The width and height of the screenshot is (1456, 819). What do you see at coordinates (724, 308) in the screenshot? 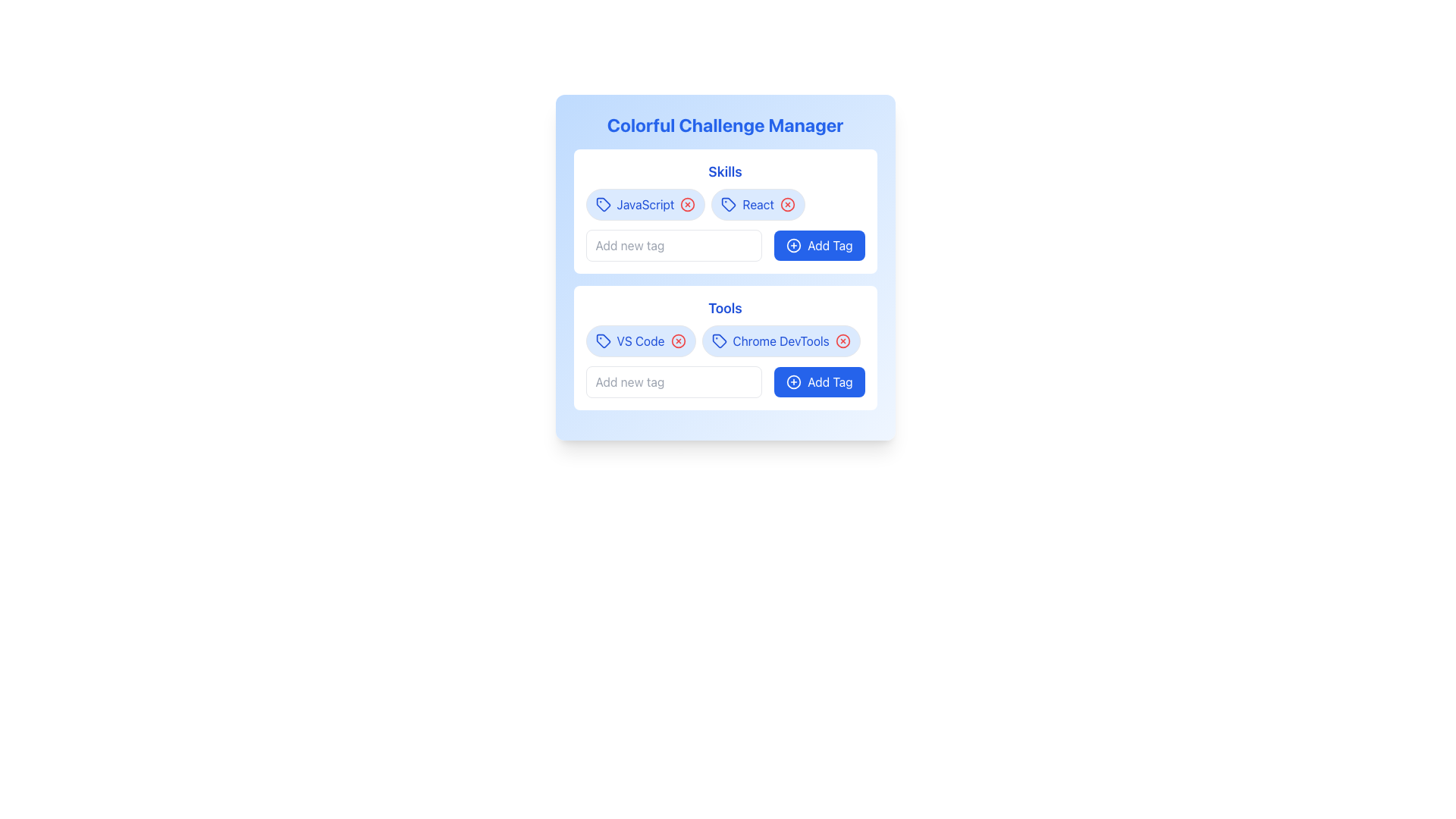
I see `the text element labeled 'Tools', which is displayed in bold blue font, located in the second section of the interface underneath the 'Skills' section` at bounding box center [724, 308].